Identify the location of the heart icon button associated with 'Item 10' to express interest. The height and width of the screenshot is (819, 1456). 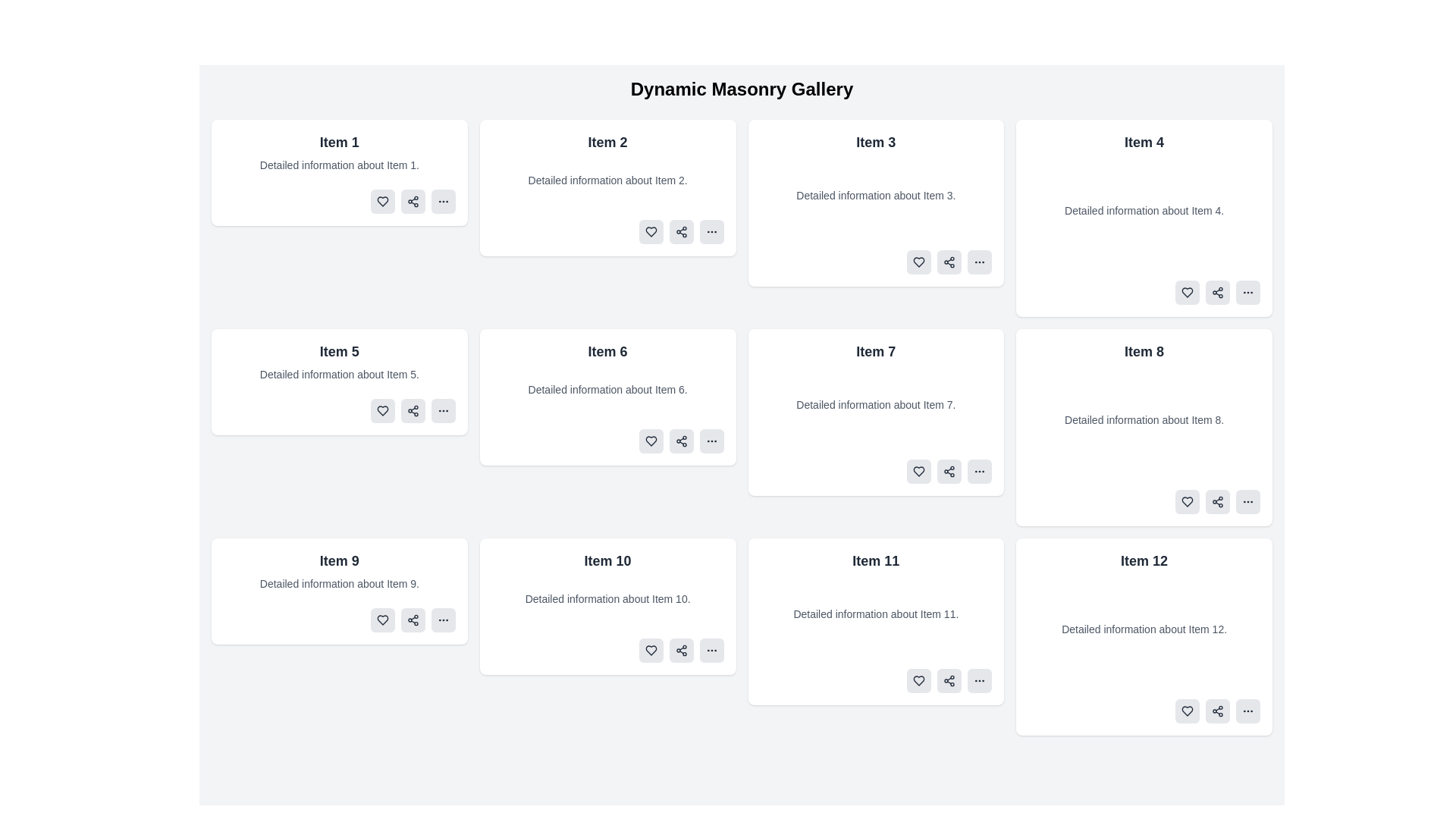
(651, 649).